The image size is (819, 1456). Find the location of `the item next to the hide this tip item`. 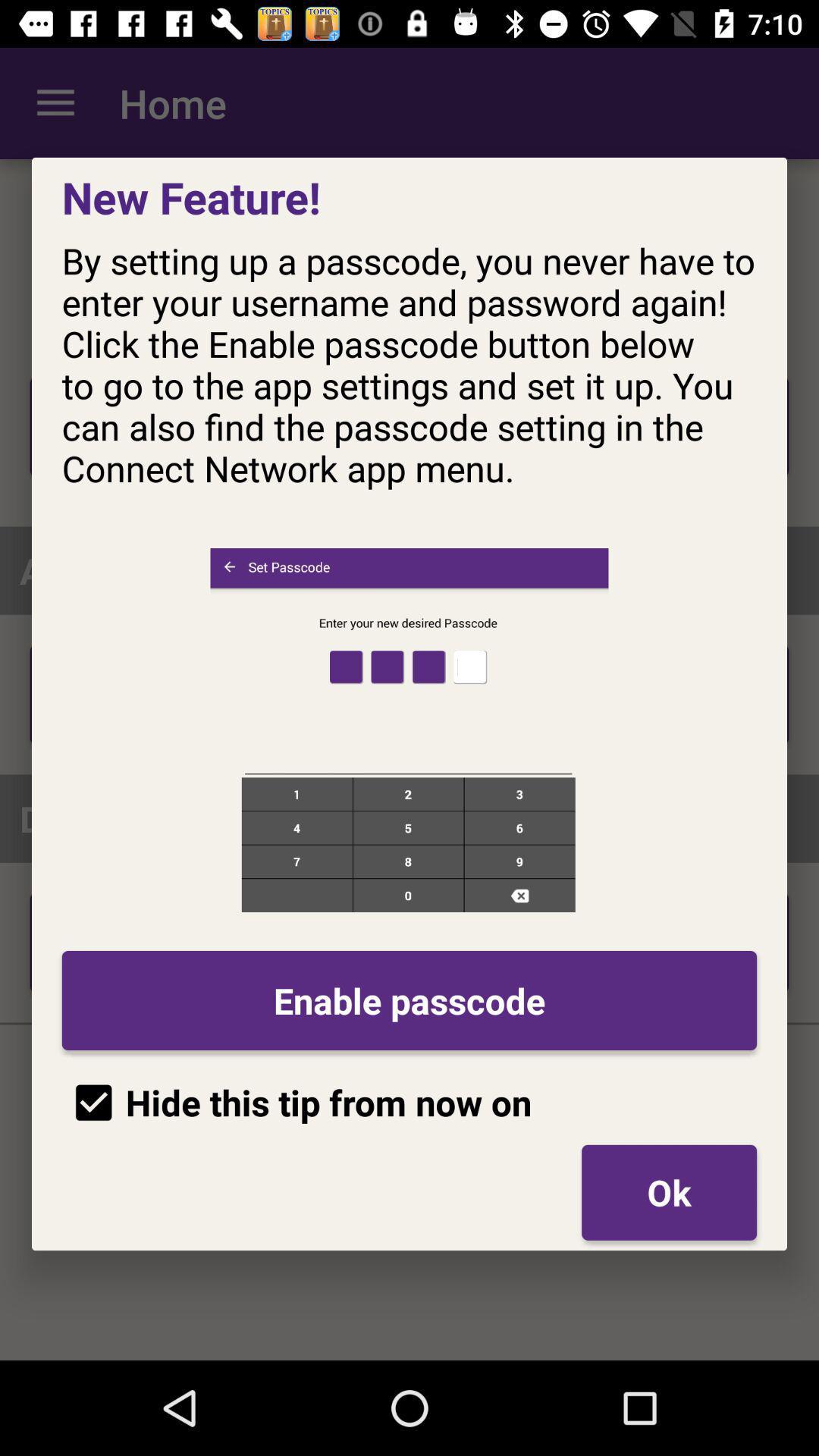

the item next to the hide this tip item is located at coordinates (668, 1191).